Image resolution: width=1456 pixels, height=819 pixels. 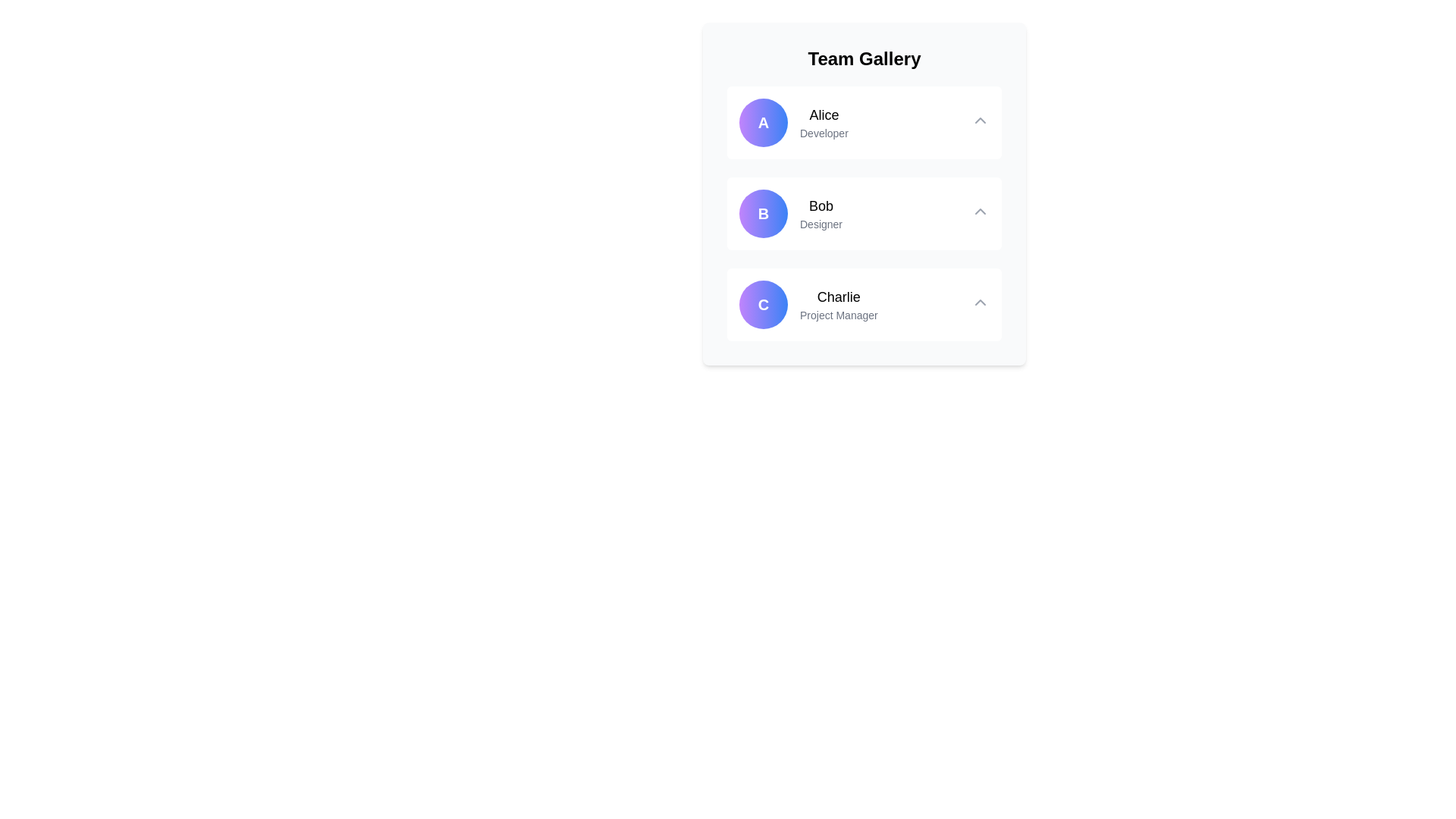 What do you see at coordinates (980, 122) in the screenshot?
I see `the toggle icon in the top-right section of Alice's user card` at bounding box center [980, 122].